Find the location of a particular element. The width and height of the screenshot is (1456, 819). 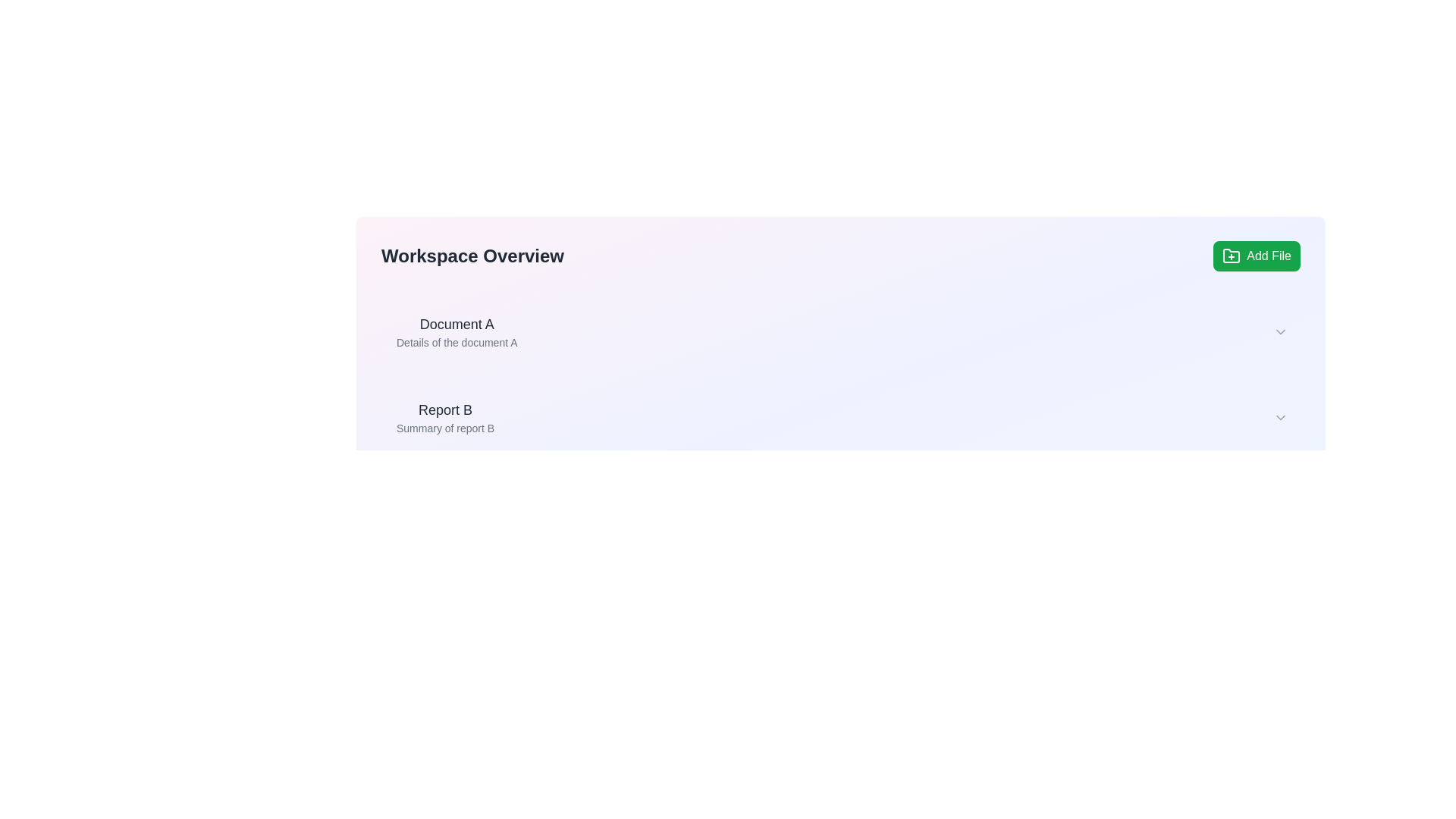

the green 'Add File' button which features a folder icon with a plus sign overlay to initiate the file addition process is located at coordinates (1232, 256).